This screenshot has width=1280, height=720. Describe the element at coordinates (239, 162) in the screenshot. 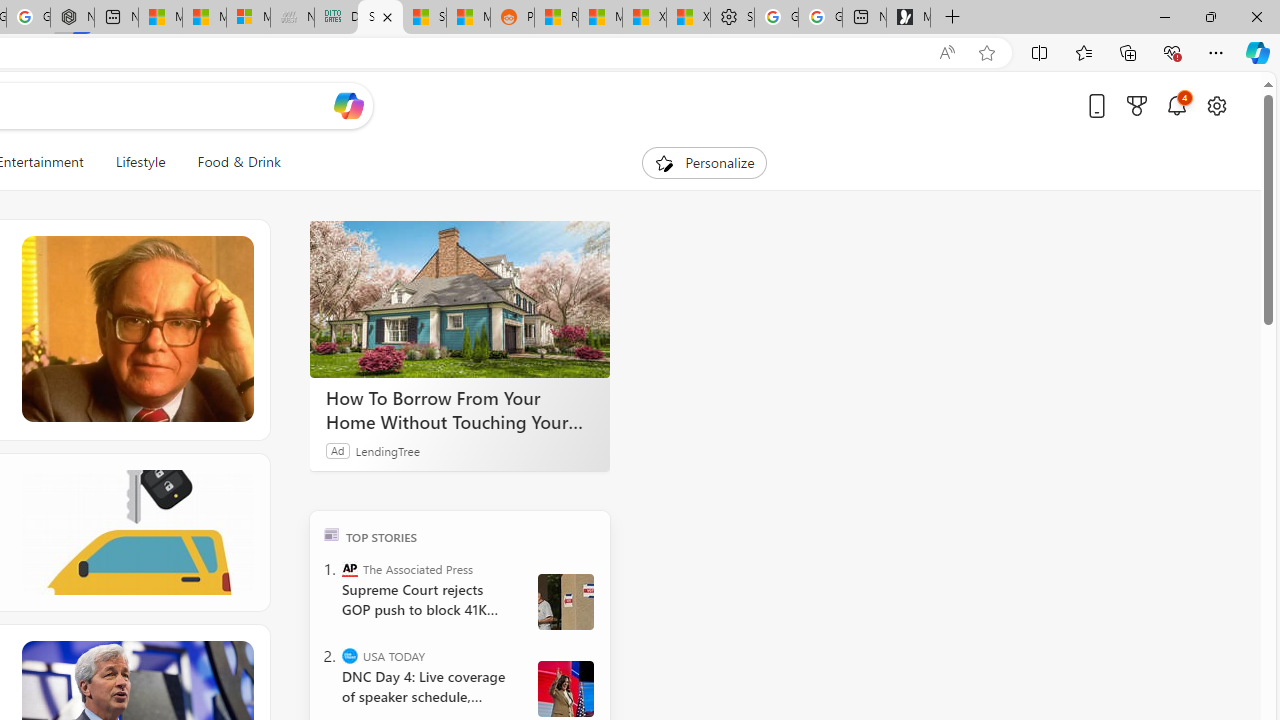

I see `'Food & Drink'` at that location.